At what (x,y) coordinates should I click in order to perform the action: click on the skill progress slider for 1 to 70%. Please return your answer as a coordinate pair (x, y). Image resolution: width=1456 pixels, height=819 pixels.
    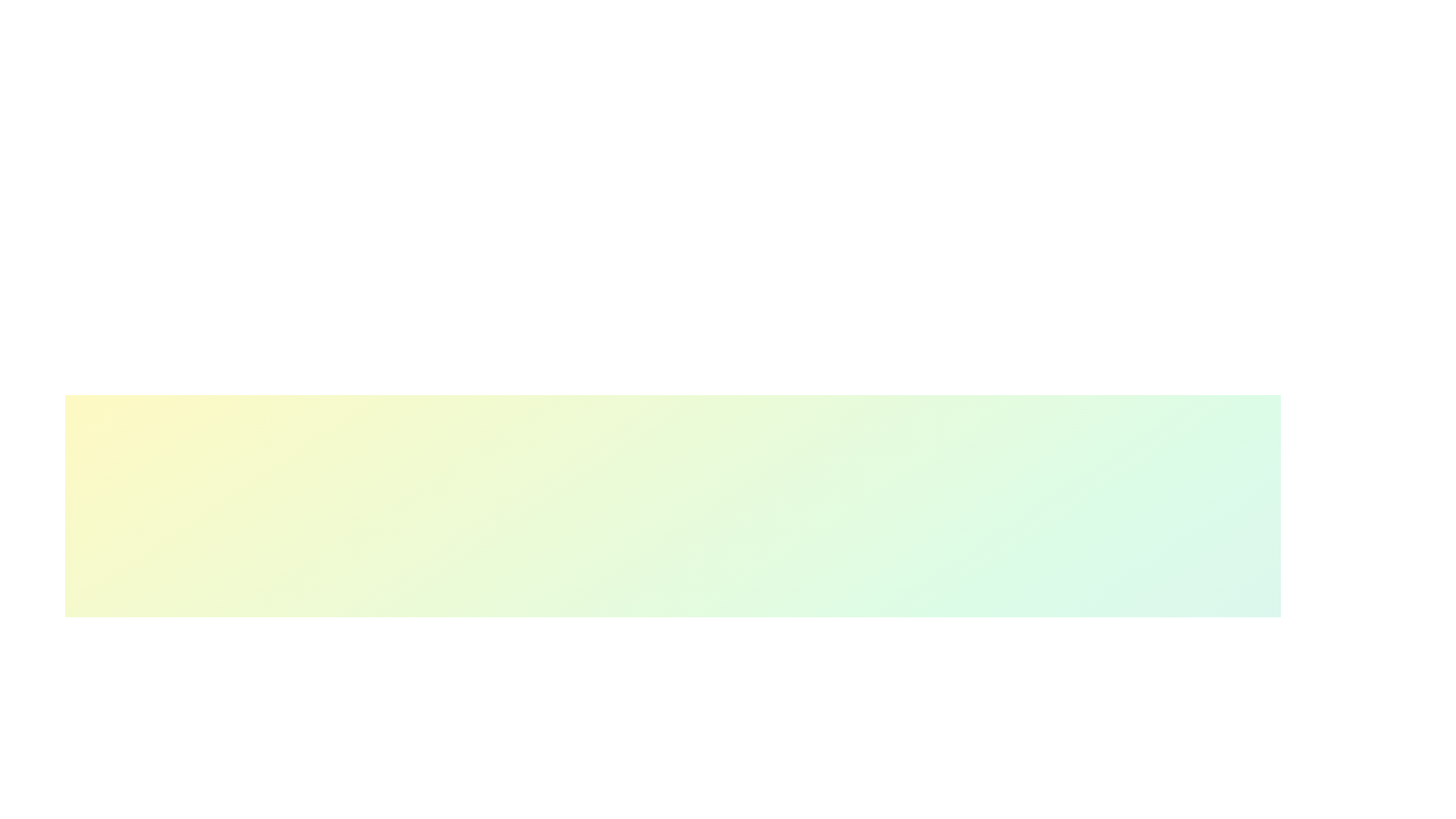
    Looking at the image, I should click on (741, 810).